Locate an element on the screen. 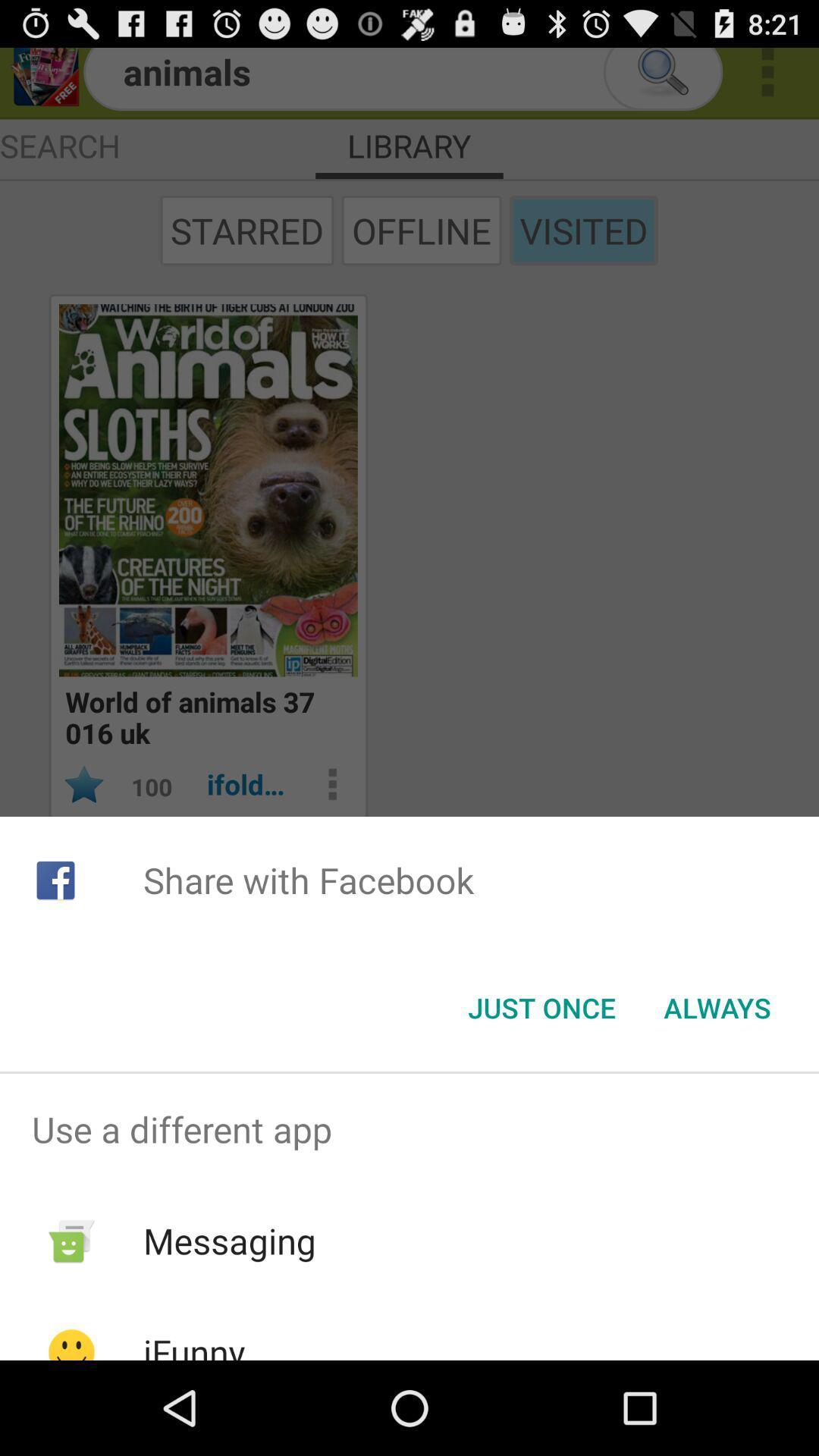 The image size is (819, 1456). always icon is located at coordinates (717, 1008).